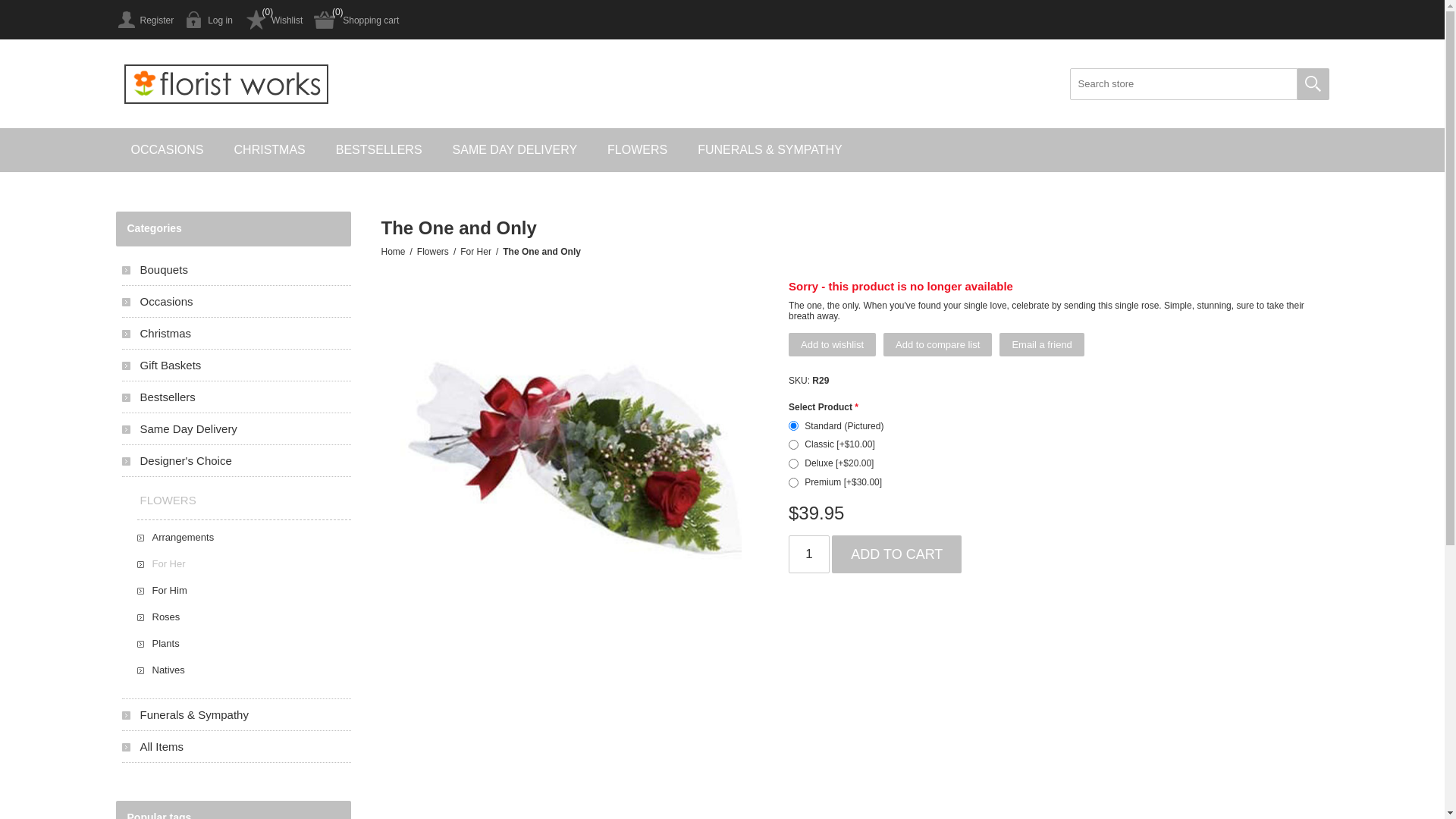 The height and width of the screenshot is (819, 1456). What do you see at coordinates (235, 500) in the screenshot?
I see `'FLOWERS'` at bounding box center [235, 500].